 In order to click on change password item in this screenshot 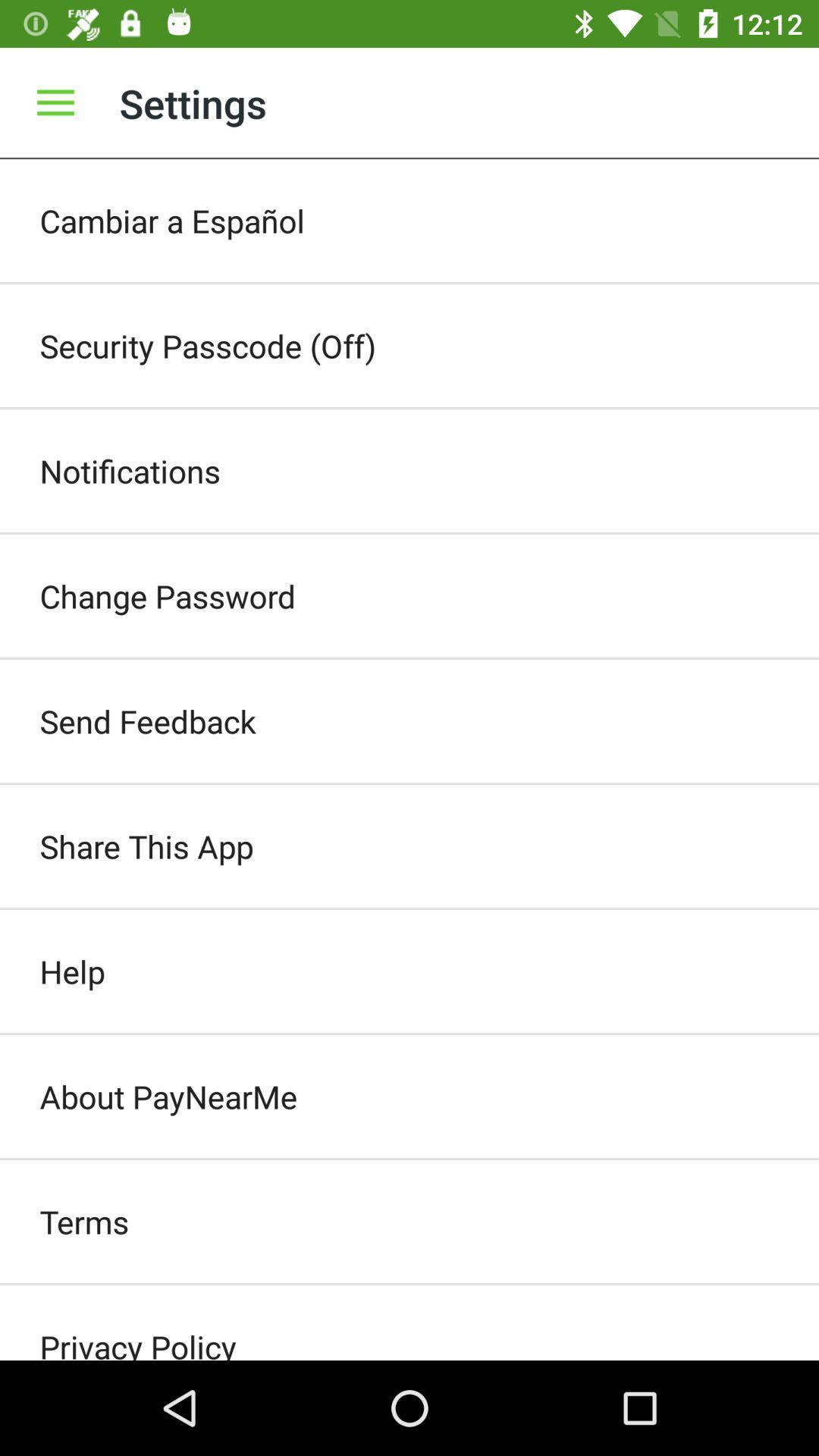, I will do `click(409, 595)`.